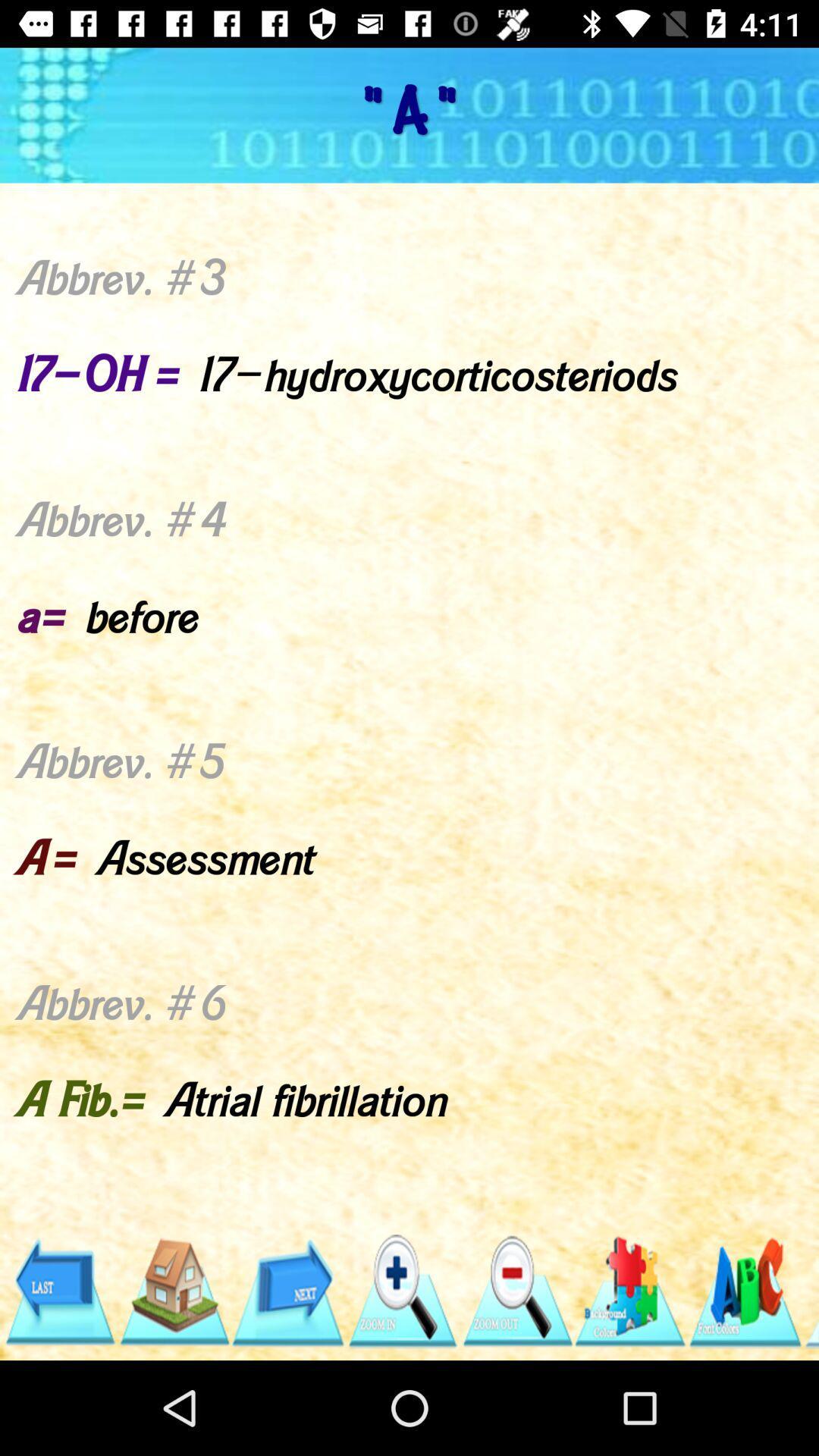 This screenshot has height=1456, width=819. Describe the element at coordinates (744, 1291) in the screenshot. I see `vocabulary practice review option` at that location.